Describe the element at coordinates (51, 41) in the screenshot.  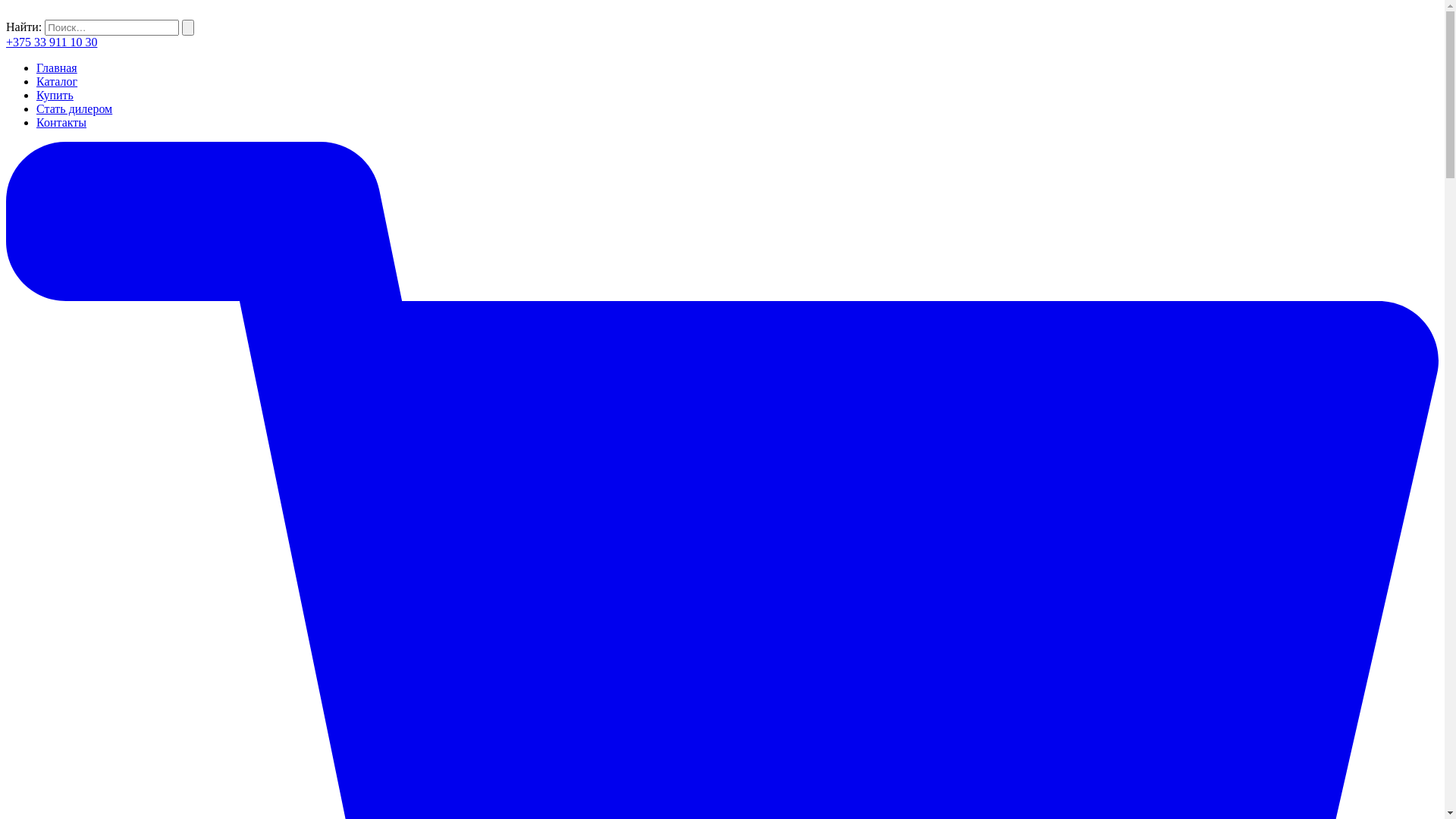
I see `'+375 33 911 10 30'` at that location.